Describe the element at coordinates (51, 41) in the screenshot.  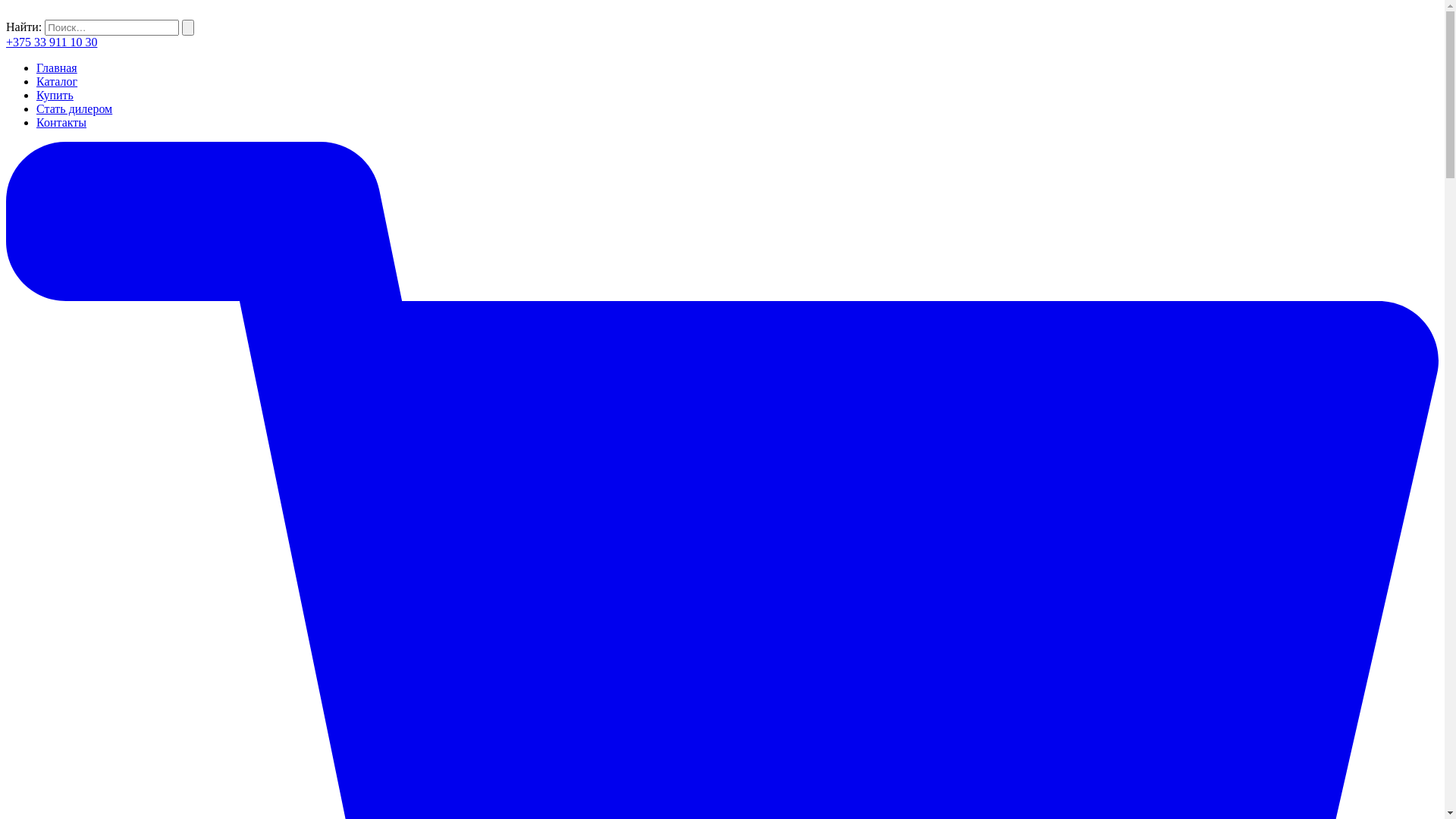
I see `'+375 33 911 10 30'` at that location.